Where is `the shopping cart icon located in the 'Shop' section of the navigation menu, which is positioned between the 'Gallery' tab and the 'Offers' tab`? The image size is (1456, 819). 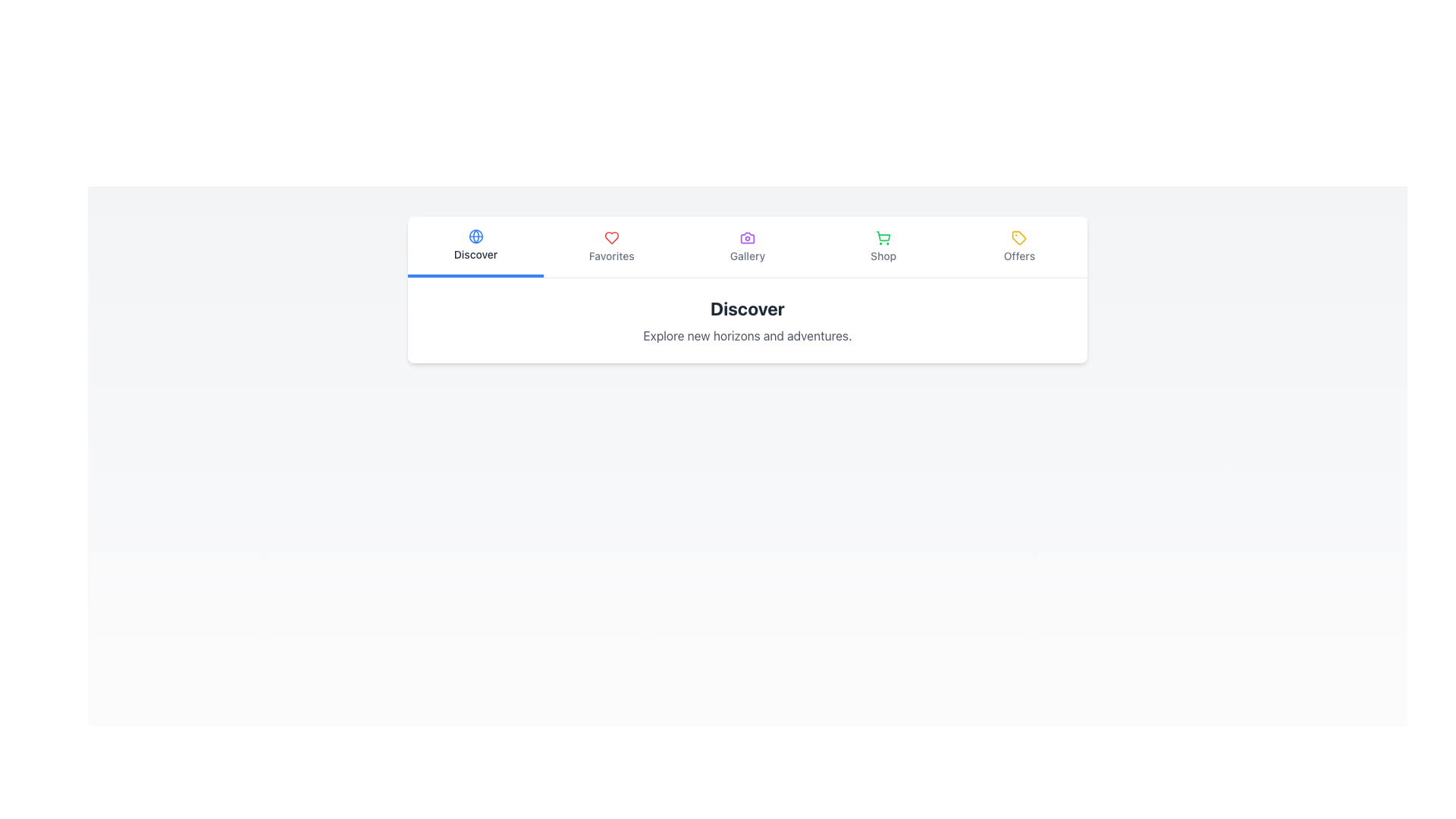 the shopping cart icon located in the 'Shop' section of the navigation menu, which is positioned between the 'Gallery' tab and the 'Offers' tab is located at coordinates (883, 236).